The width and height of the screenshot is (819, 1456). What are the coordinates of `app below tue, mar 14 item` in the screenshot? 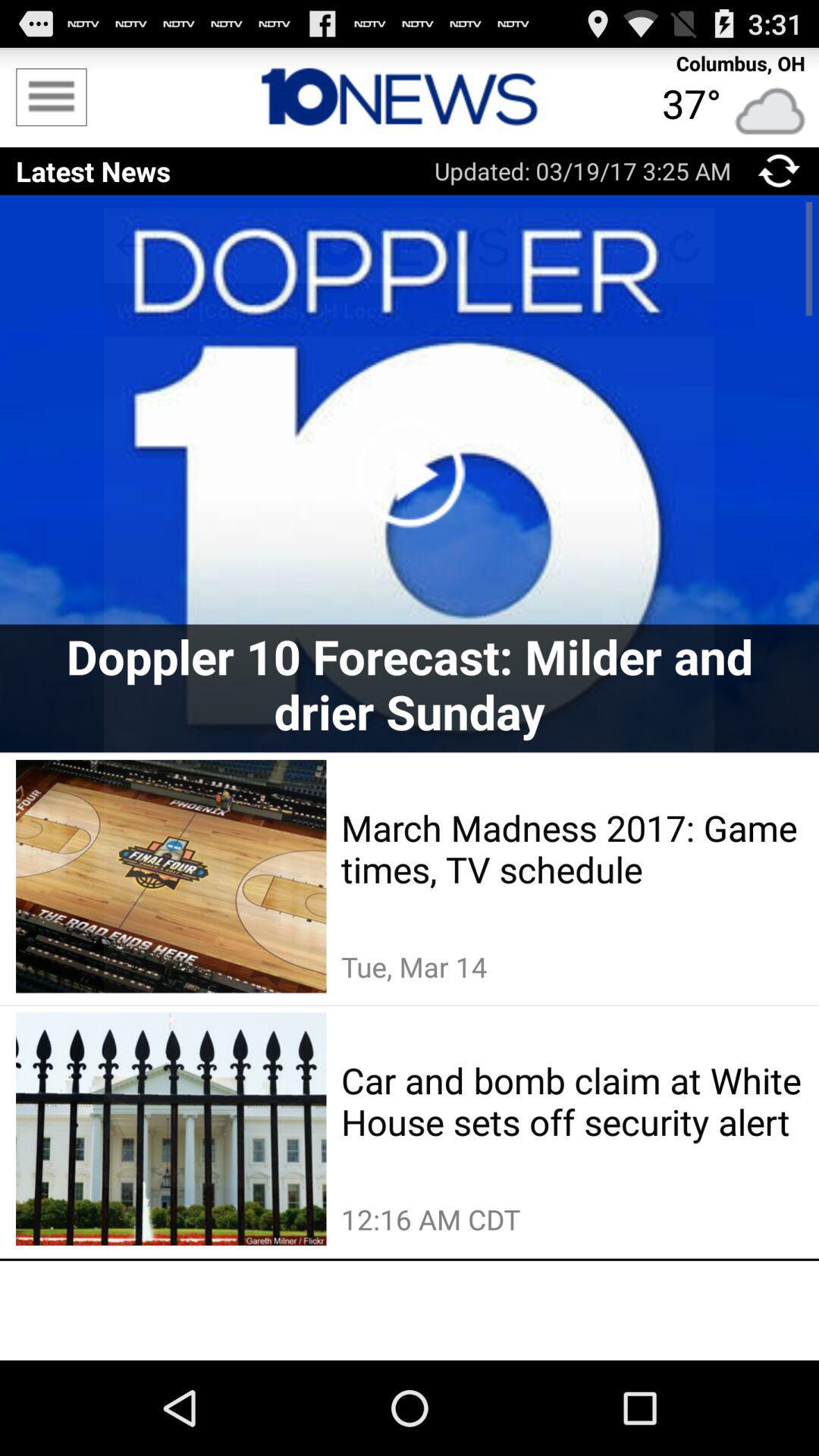 It's located at (572, 1100).